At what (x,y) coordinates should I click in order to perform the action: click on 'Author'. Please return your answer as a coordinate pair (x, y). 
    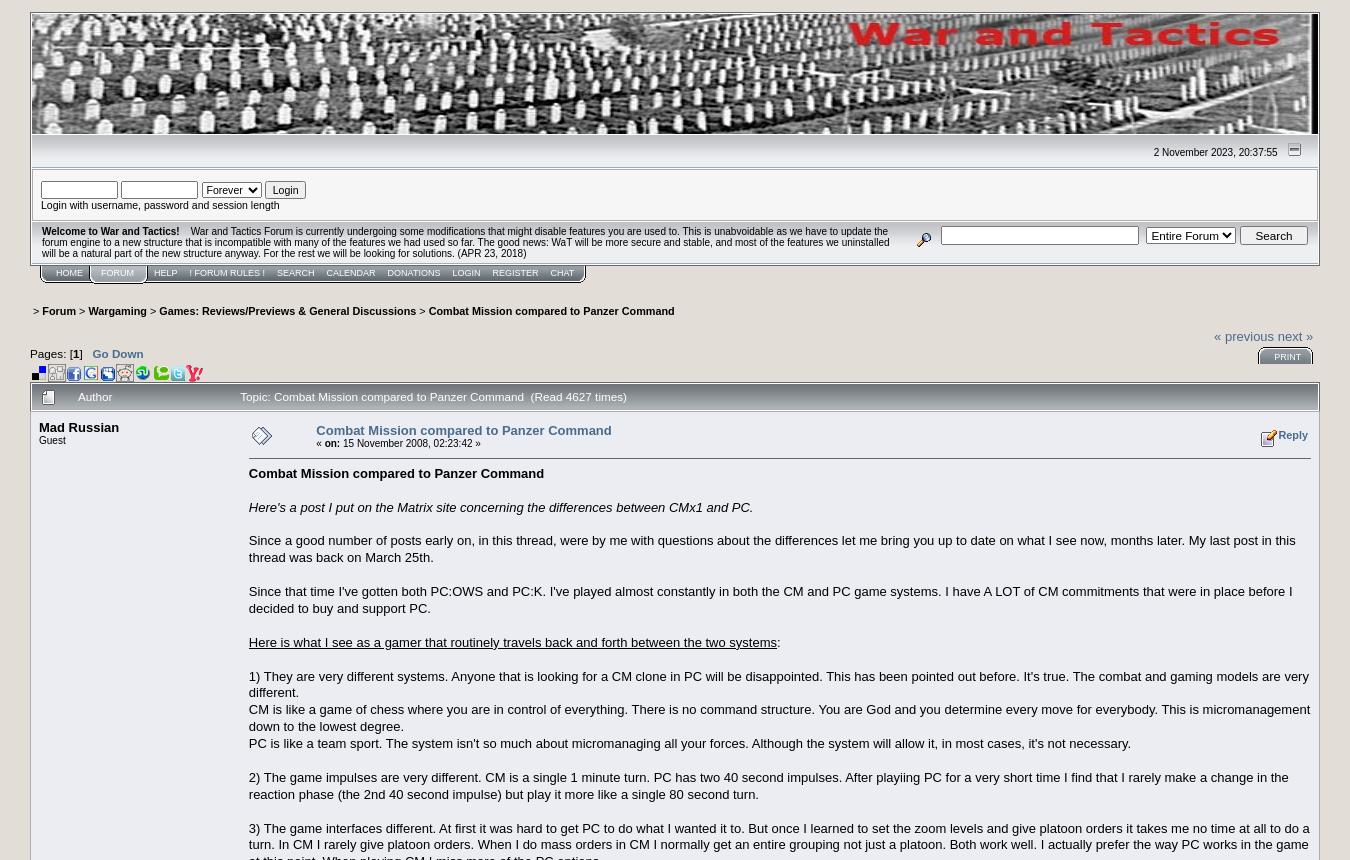
    Looking at the image, I should click on (94, 395).